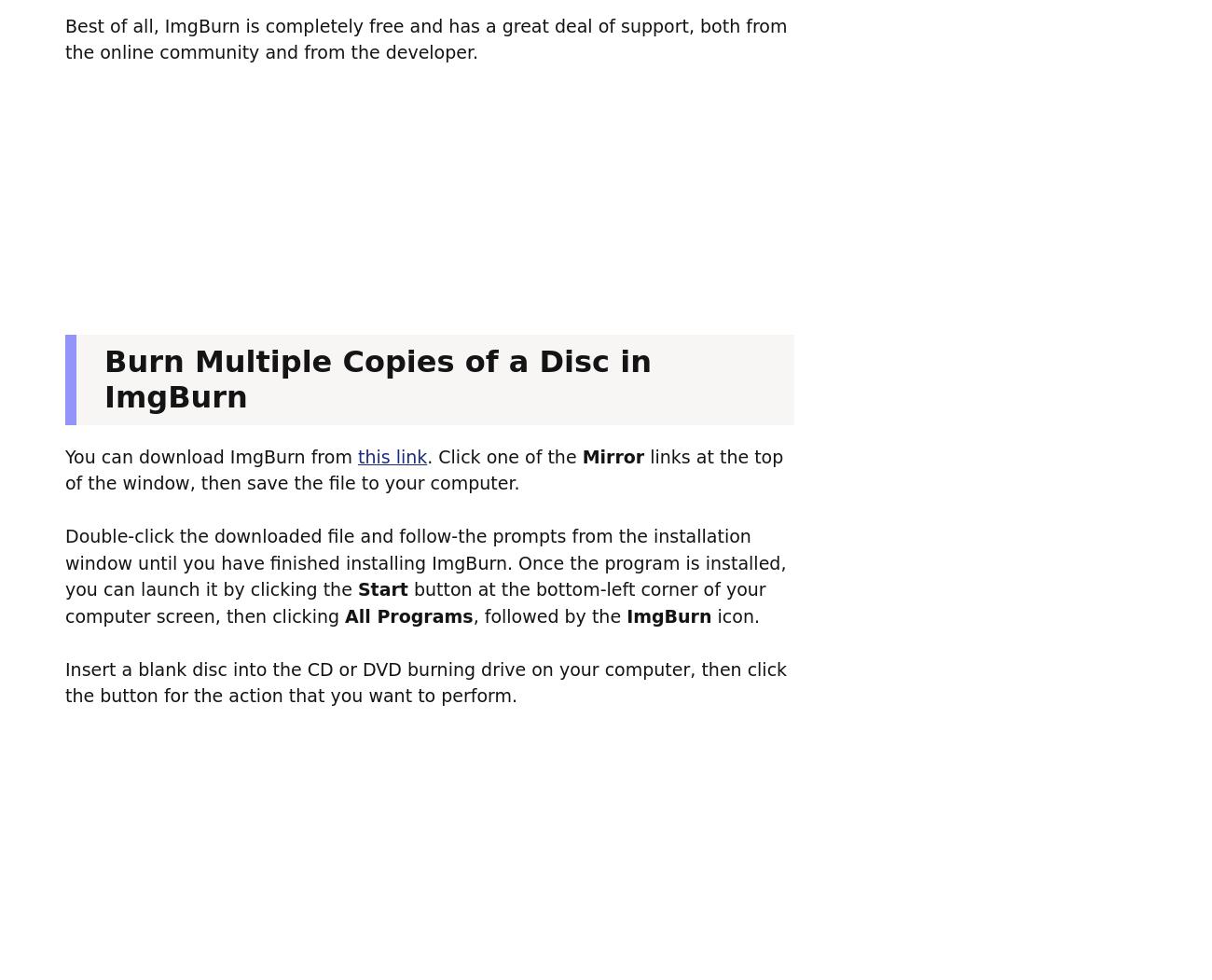 This screenshot has height=980, width=1212. What do you see at coordinates (356, 456) in the screenshot?
I see `'this link'` at bounding box center [356, 456].